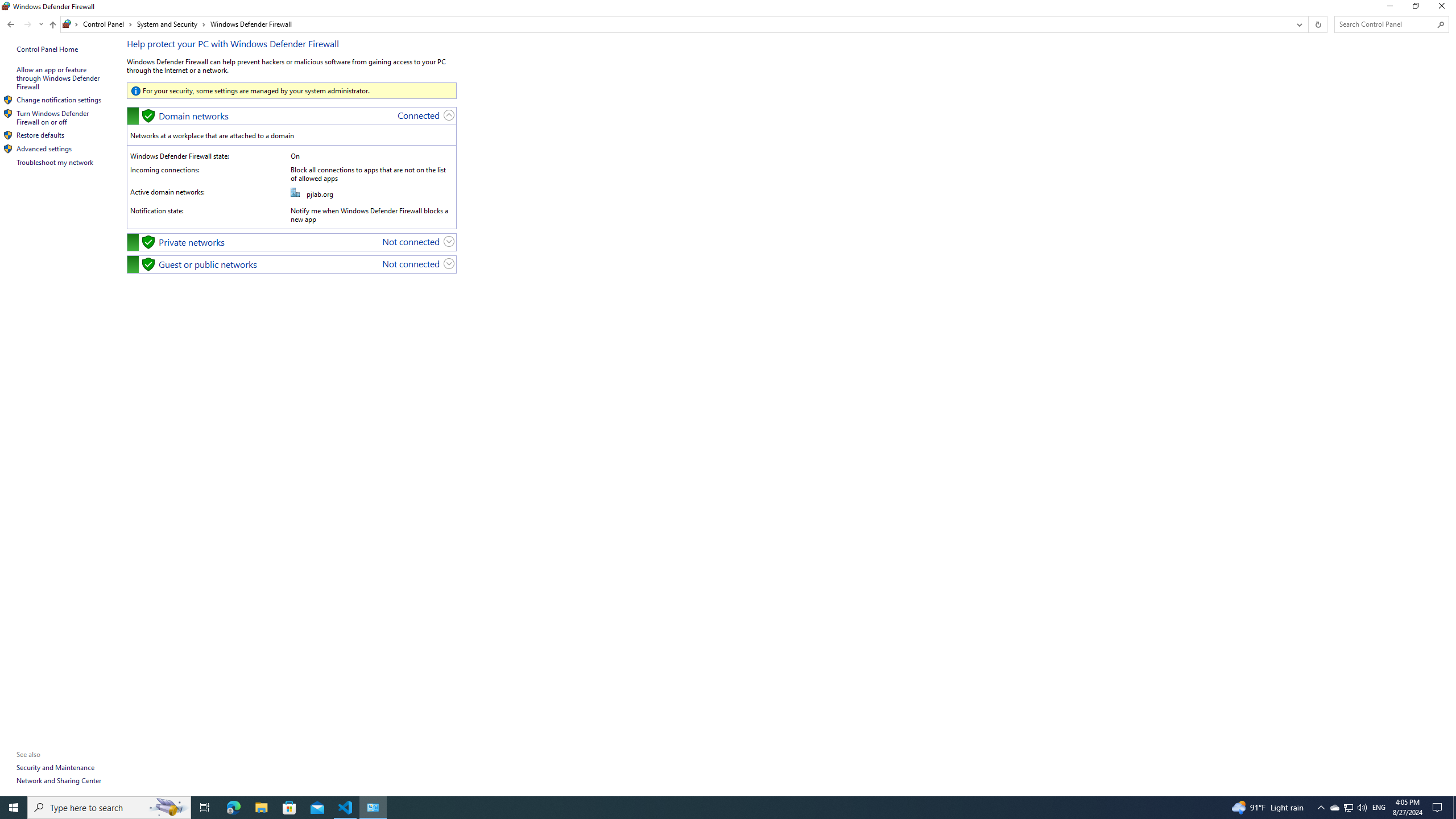 Image resolution: width=1456 pixels, height=819 pixels. Describe the element at coordinates (58, 780) in the screenshot. I see `'Network and Sharing Center'` at that location.